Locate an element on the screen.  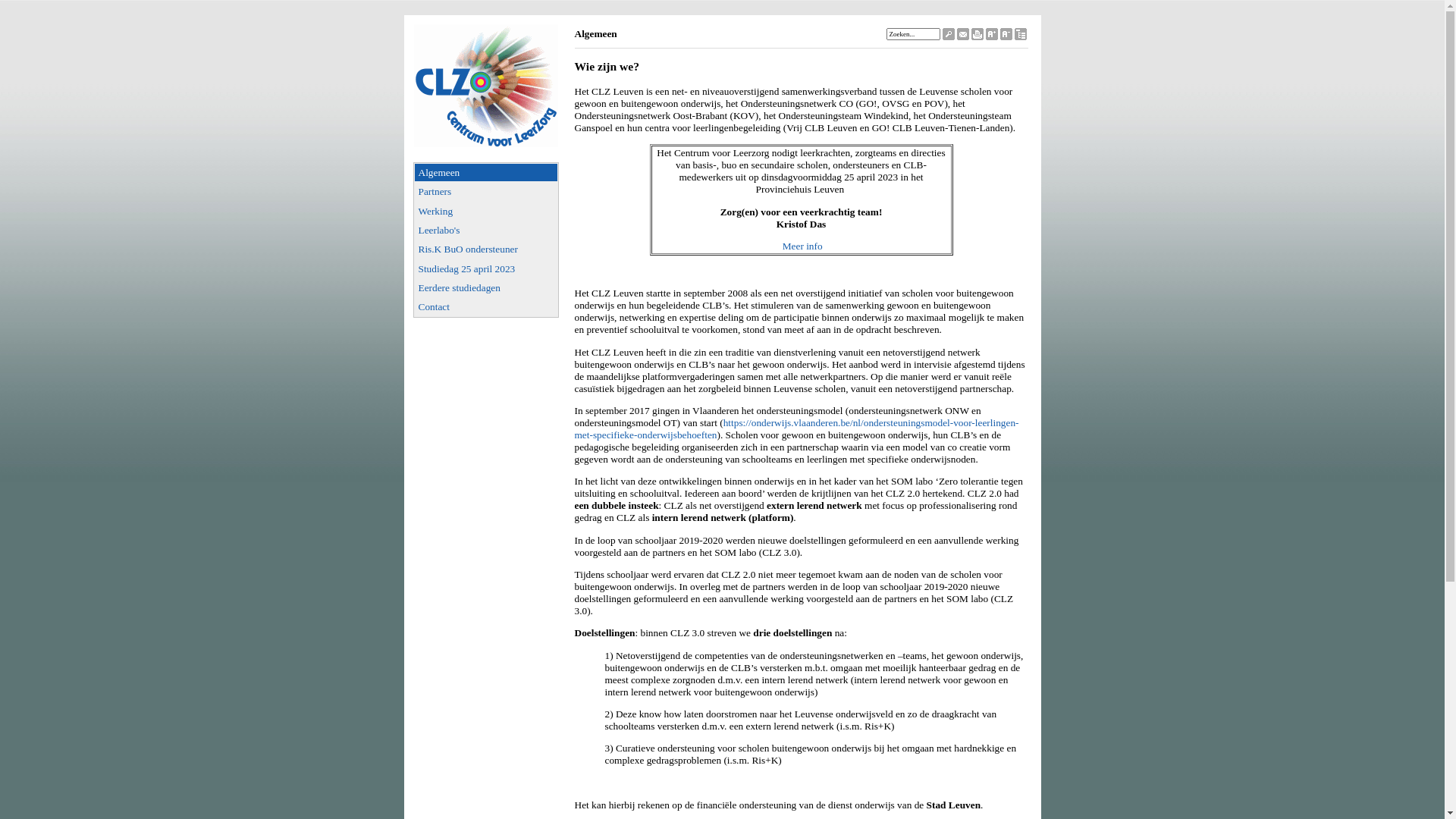
'Partners' is located at coordinates (414, 190).